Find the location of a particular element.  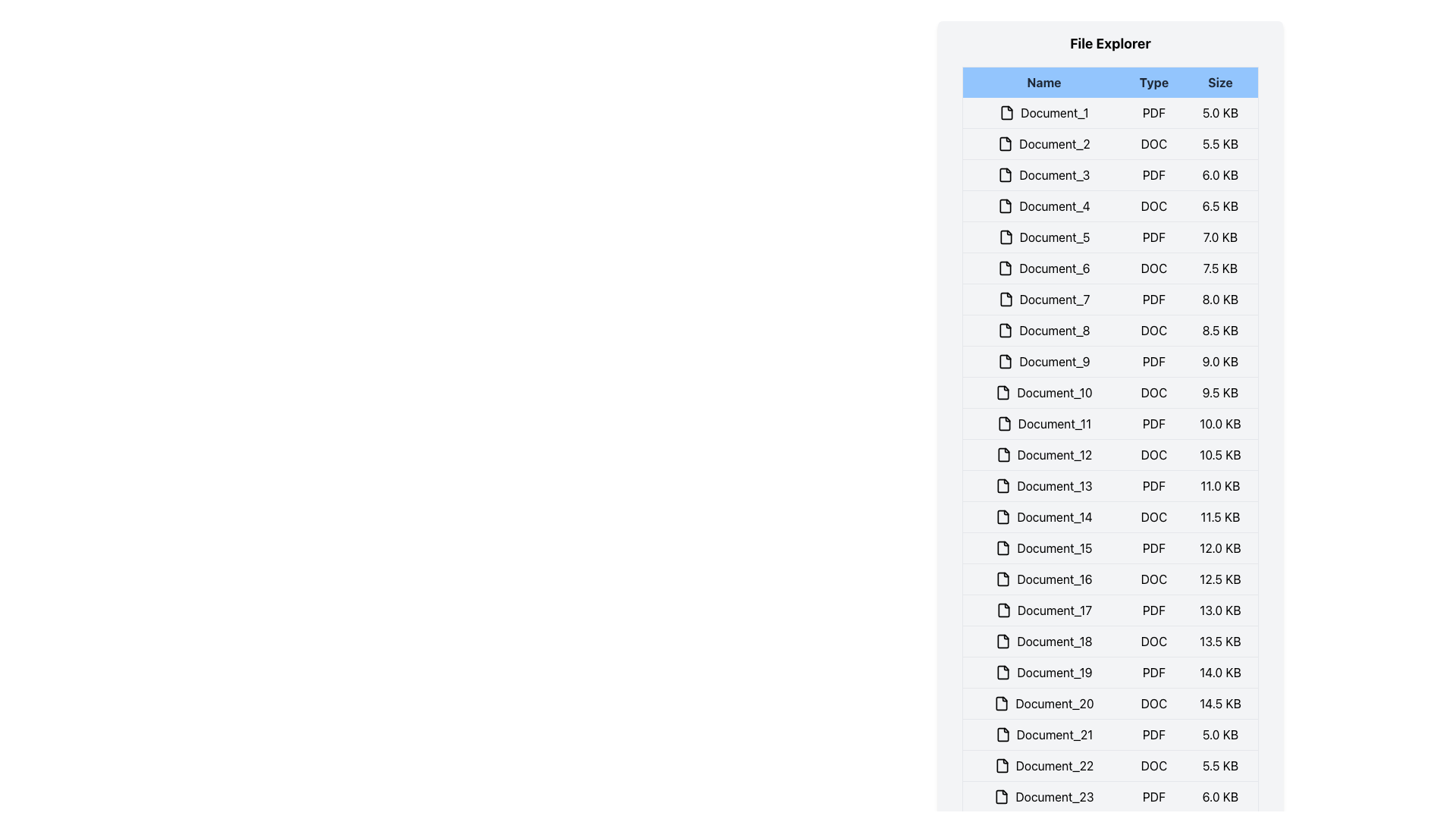

the 'DOC' label, which is displayed in bold black font and located in the second column titled 'Type' for the row corresponding to 'Document_20' in the table view is located at coordinates (1153, 704).